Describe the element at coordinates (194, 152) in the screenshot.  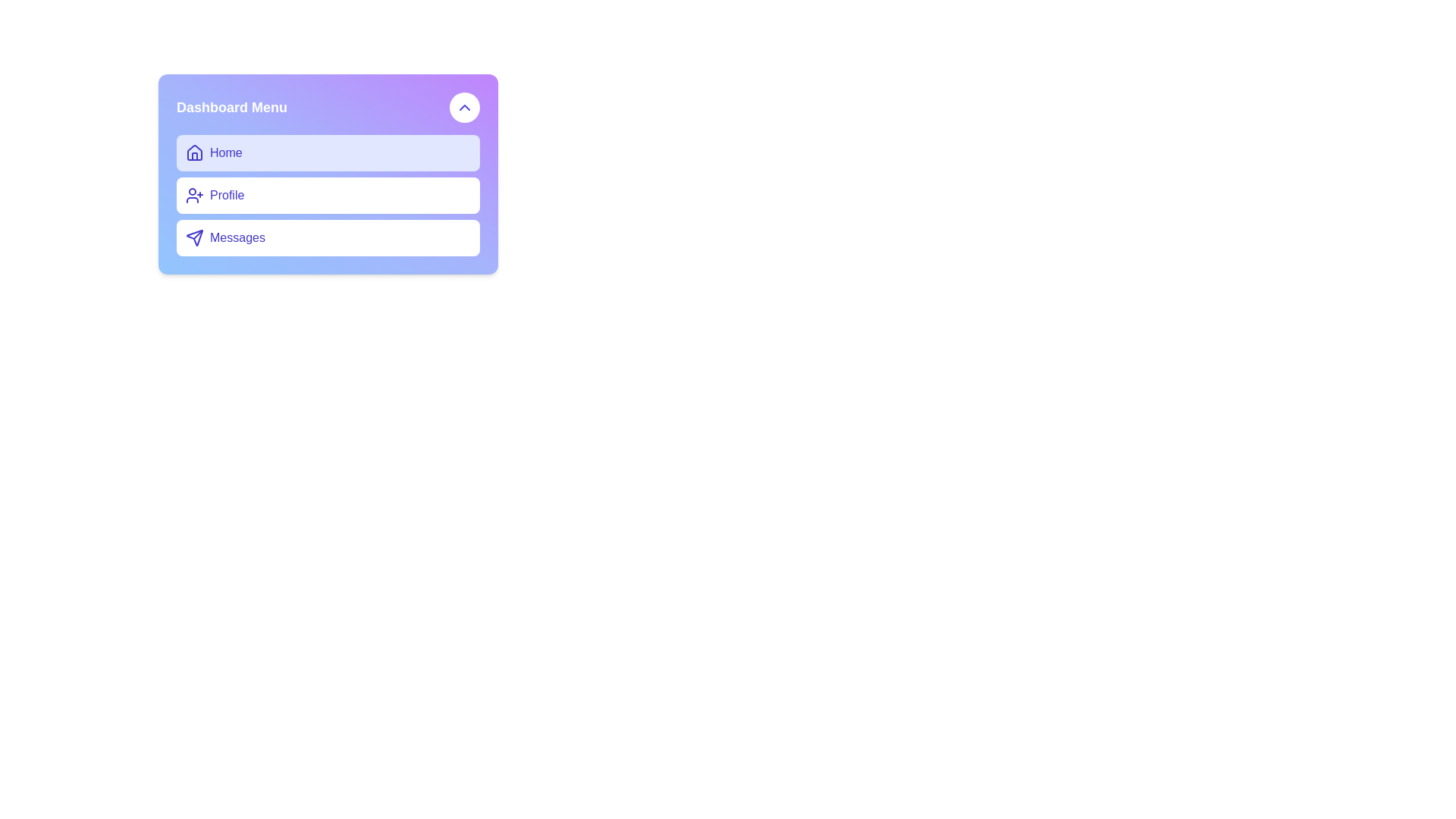
I see `the 'Home' menu item icon located in the 'Dashboard Menu' vertical panel` at that location.